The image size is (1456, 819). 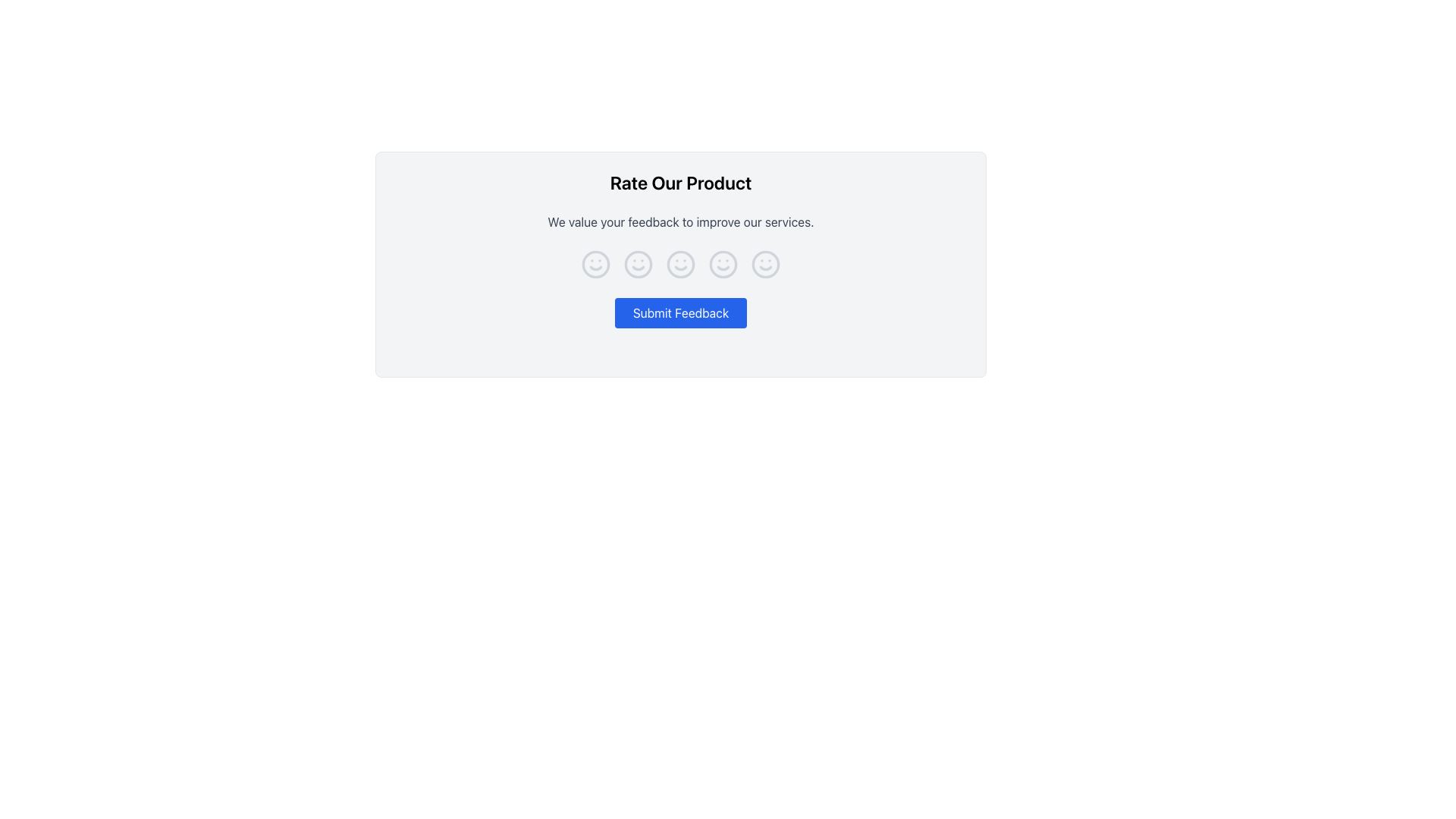 What do you see at coordinates (595, 263) in the screenshot?
I see `the first smiley face icon represented by the SVG Circle, which is part of a rating system in the feedback interface` at bounding box center [595, 263].